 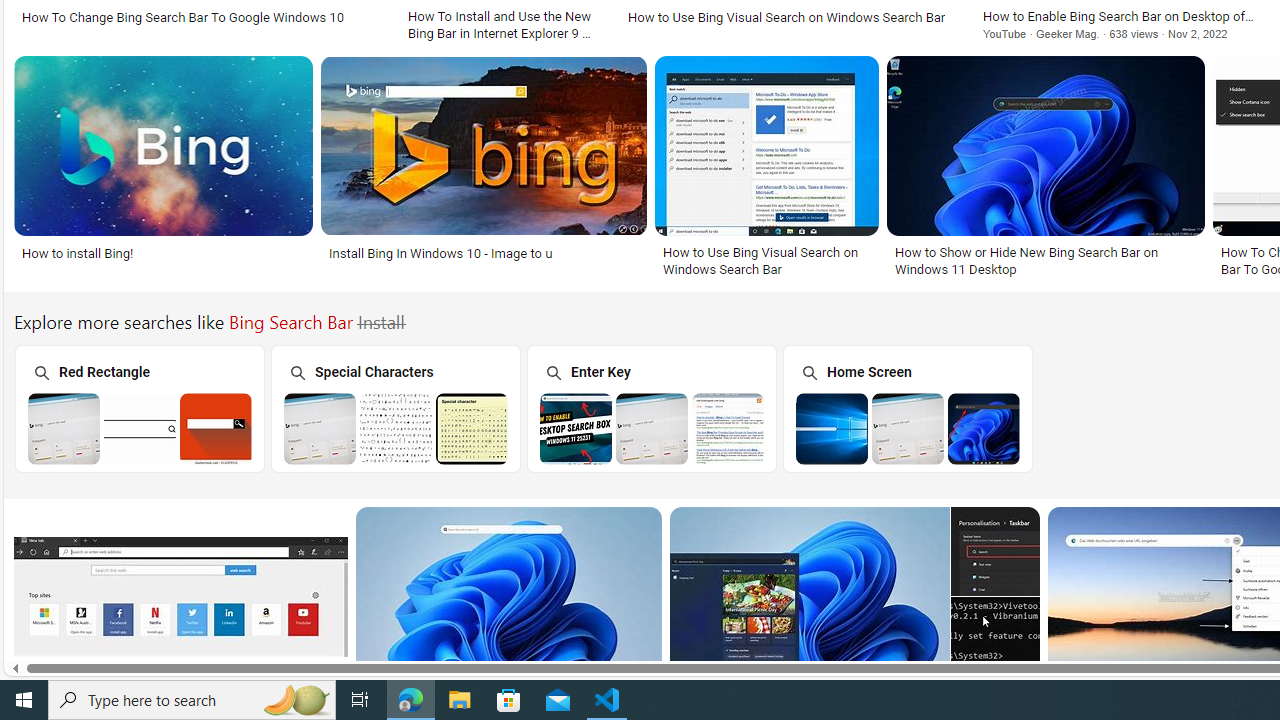 I want to click on 'Bing Search Bar Enter Key Enter Key', so click(x=651, y=407).